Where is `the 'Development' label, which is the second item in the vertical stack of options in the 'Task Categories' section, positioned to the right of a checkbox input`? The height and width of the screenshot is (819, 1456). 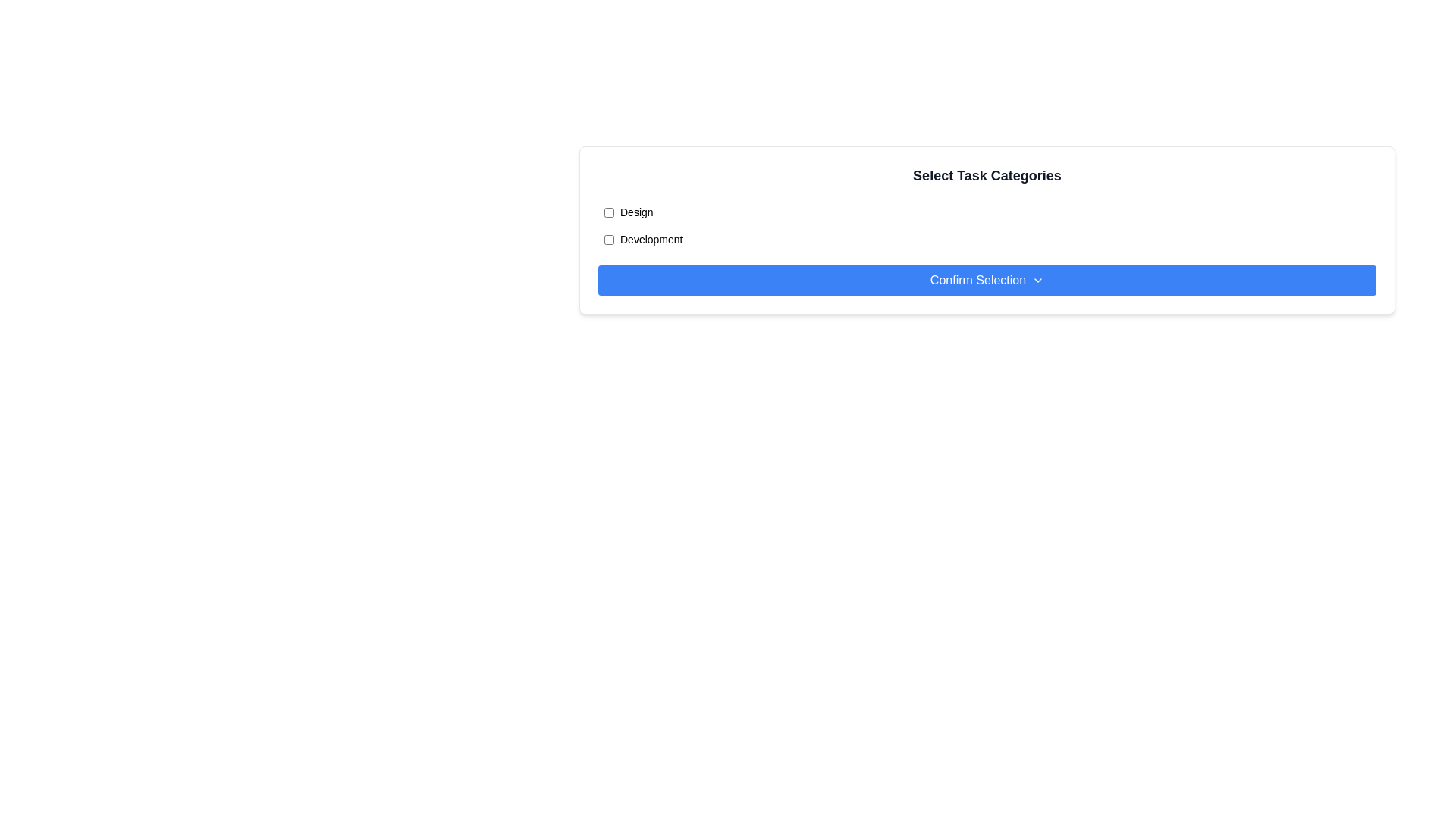 the 'Development' label, which is the second item in the vertical stack of options in the 'Task Categories' section, positioned to the right of a checkbox input is located at coordinates (651, 239).